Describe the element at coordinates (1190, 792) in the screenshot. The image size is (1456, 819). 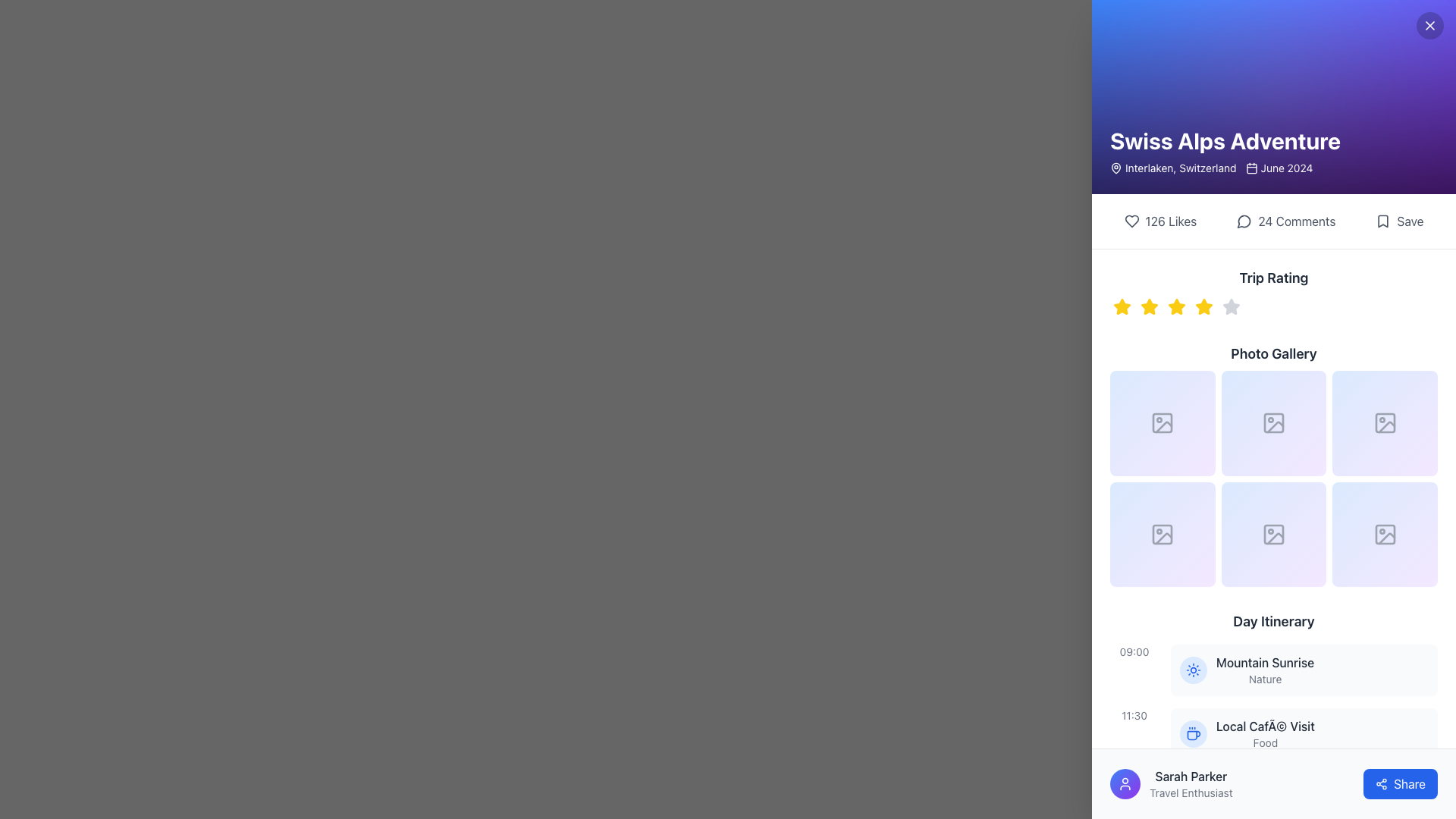
I see `descriptive text label located below 'Sarah Parker' in the information section` at that location.